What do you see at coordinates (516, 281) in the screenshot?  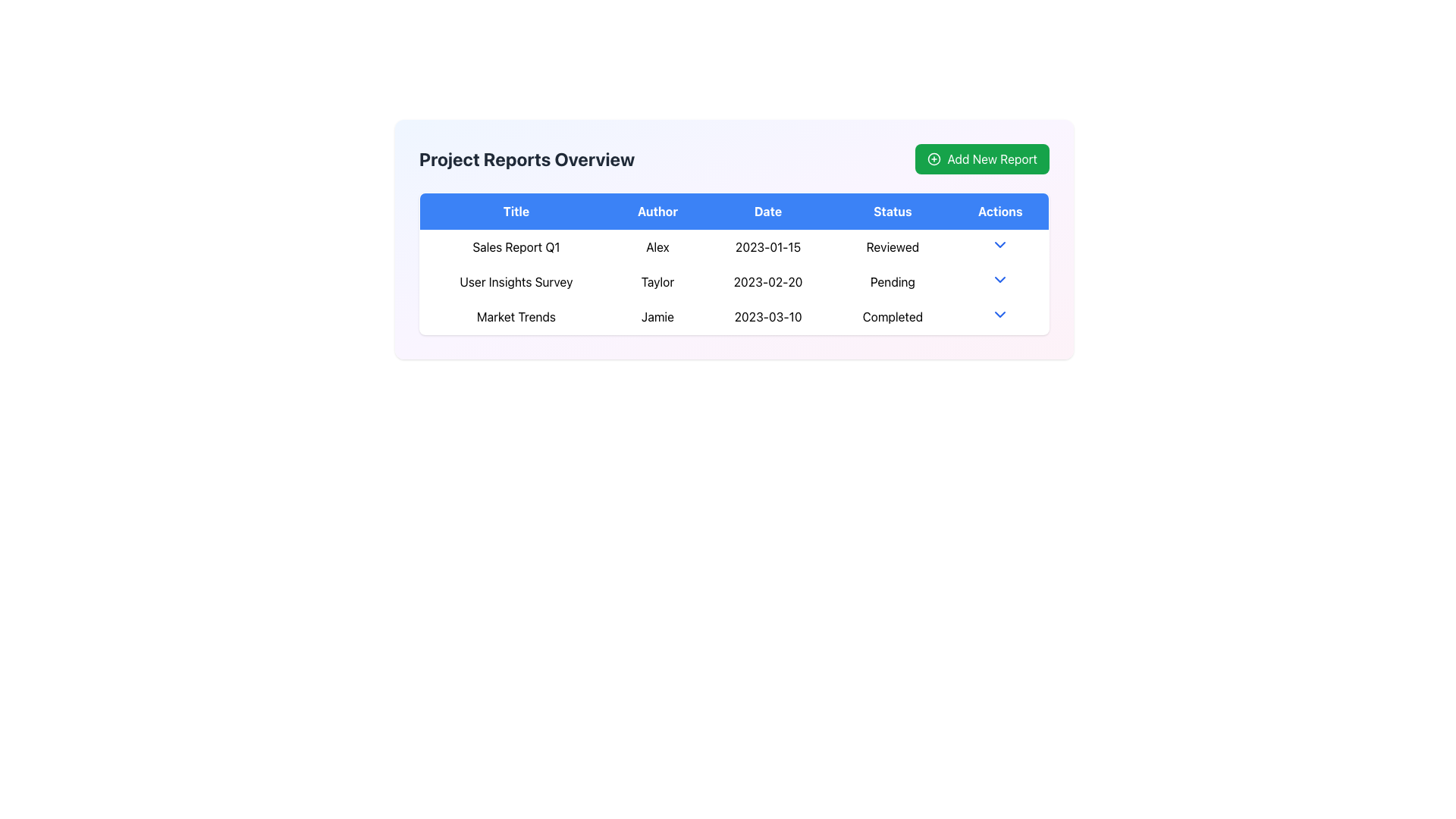 I see `the title text field in the second data row under the 'Title' column of the 'Project Reports Overview' table` at bounding box center [516, 281].